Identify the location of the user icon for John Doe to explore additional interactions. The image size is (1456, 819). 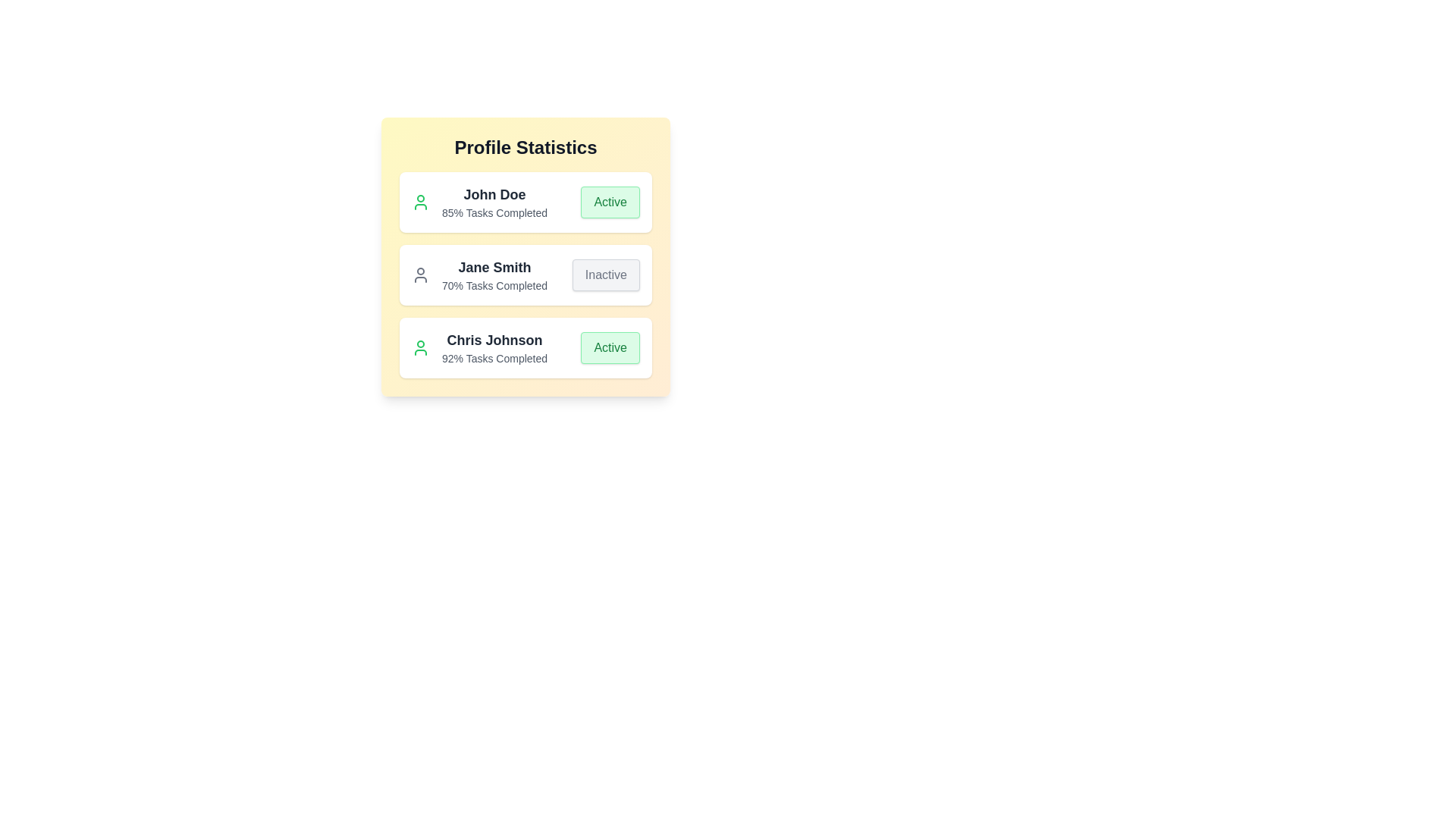
(421, 201).